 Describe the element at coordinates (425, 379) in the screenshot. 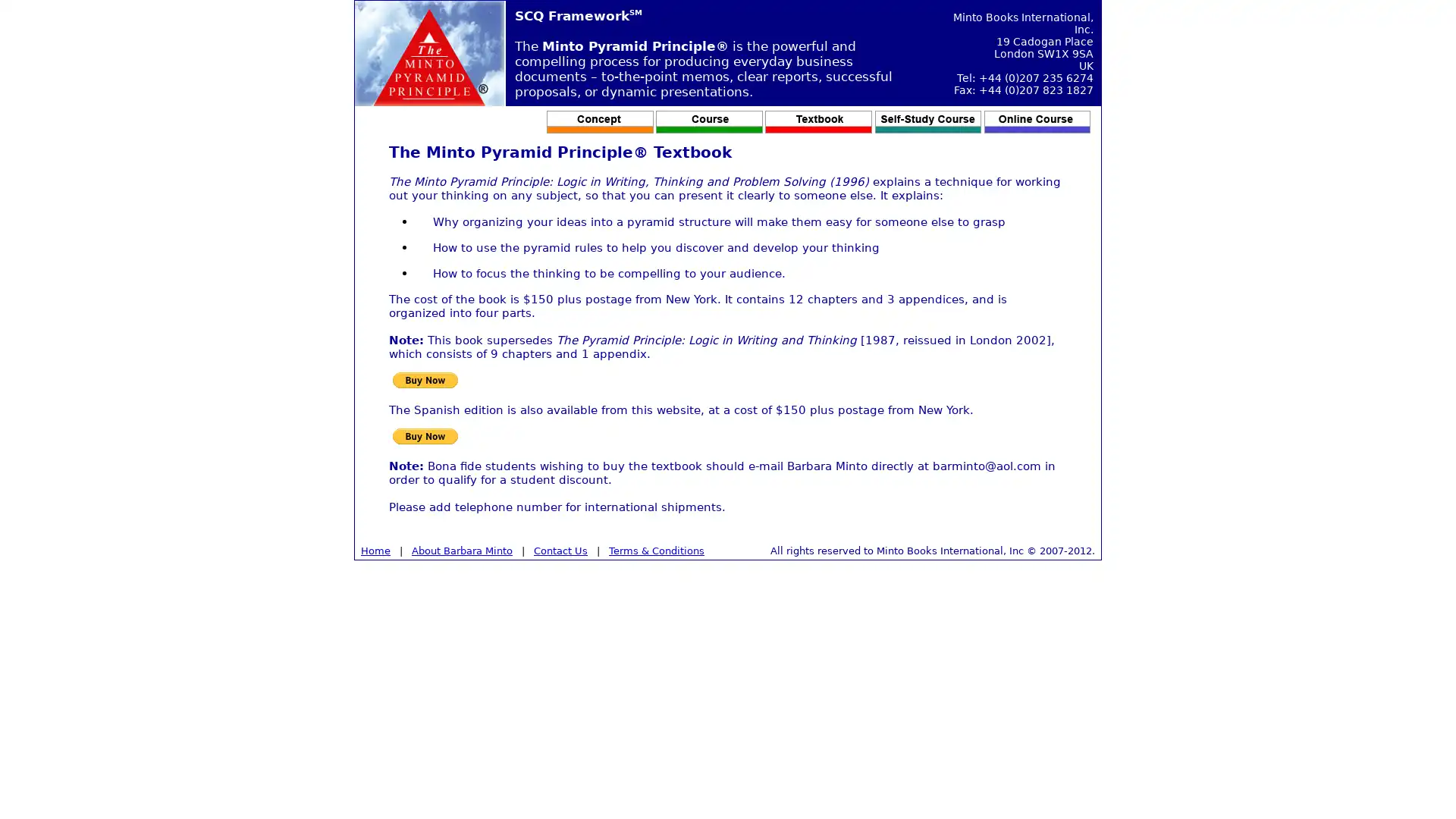

I see `PayPal - The safer, easier way to pay online!` at that location.